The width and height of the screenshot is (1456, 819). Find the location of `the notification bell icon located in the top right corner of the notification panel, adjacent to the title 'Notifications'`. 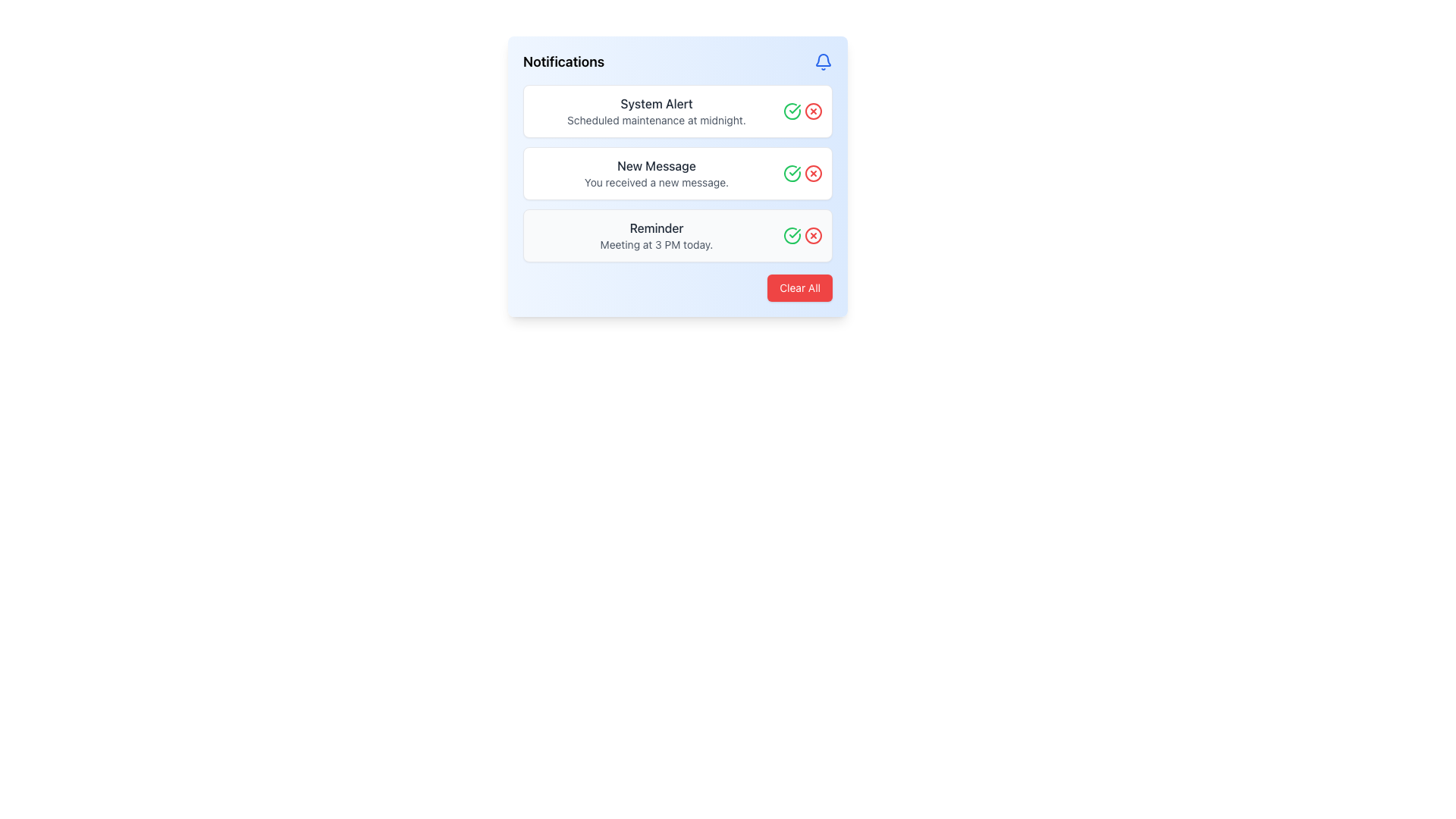

the notification bell icon located in the top right corner of the notification panel, adjacent to the title 'Notifications' is located at coordinates (822, 59).